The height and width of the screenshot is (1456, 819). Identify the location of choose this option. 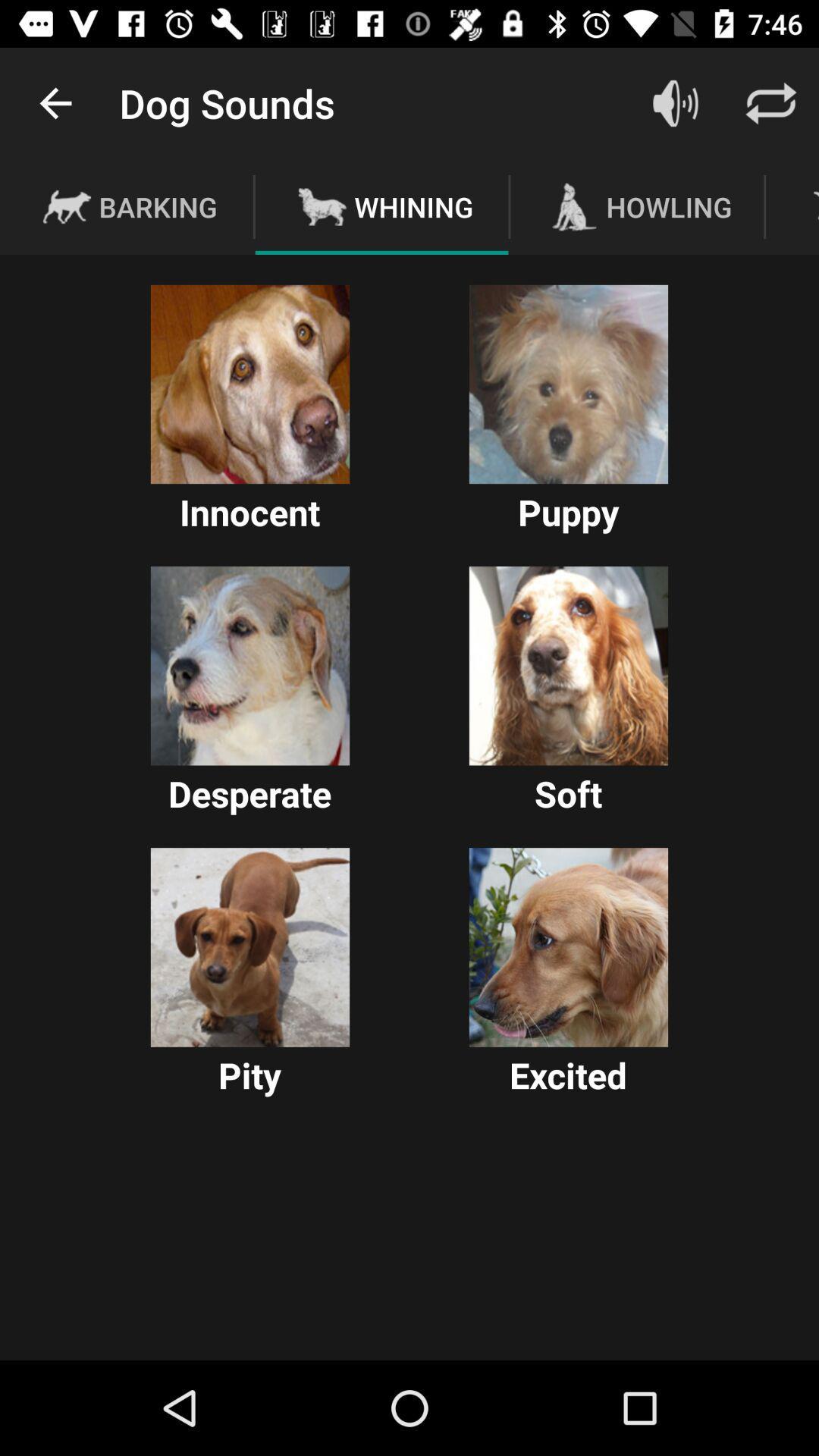
(249, 384).